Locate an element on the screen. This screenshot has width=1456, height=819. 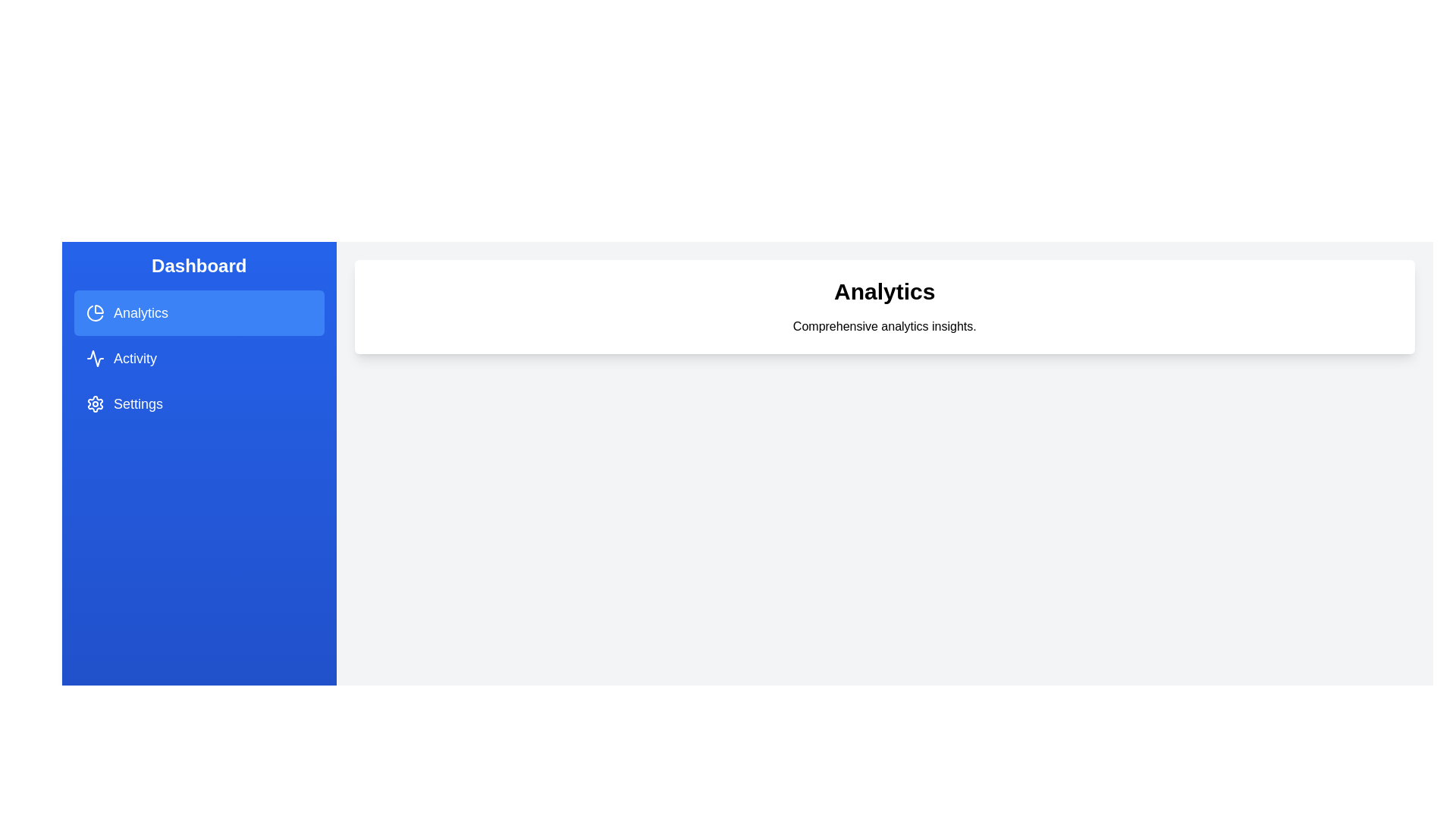
the 'Dashboard' static text label, which is displayed in bold white font on a solid blue background, located at the top-left corner of the interface within the navigation menu area is located at coordinates (198, 265).